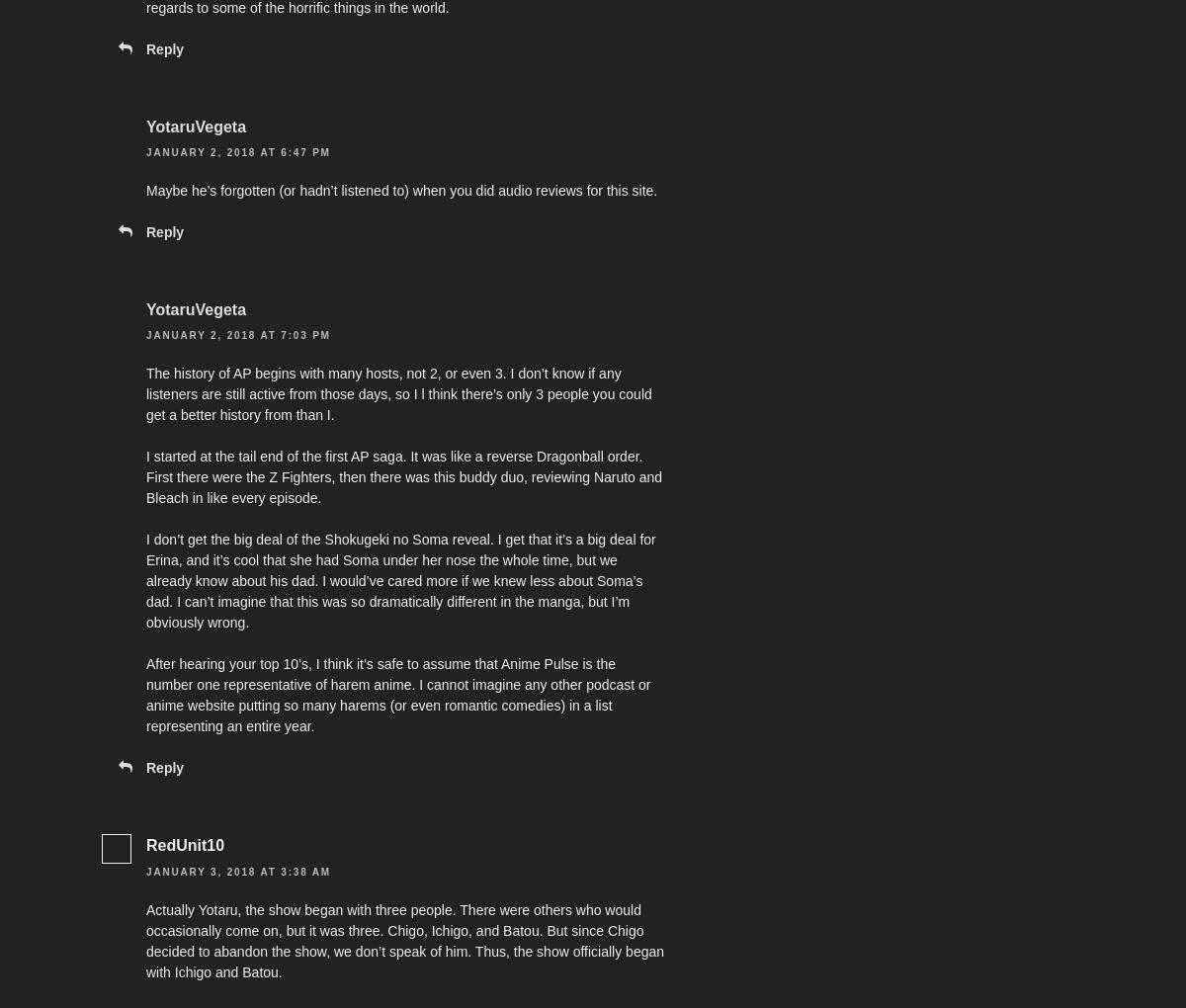 The height and width of the screenshot is (1008, 1186). What do you see at coordinates (236, 335) in the screenshot?
I see `'January 2, 2018 at 7:03 pm'` at bounding box center [236, 335].